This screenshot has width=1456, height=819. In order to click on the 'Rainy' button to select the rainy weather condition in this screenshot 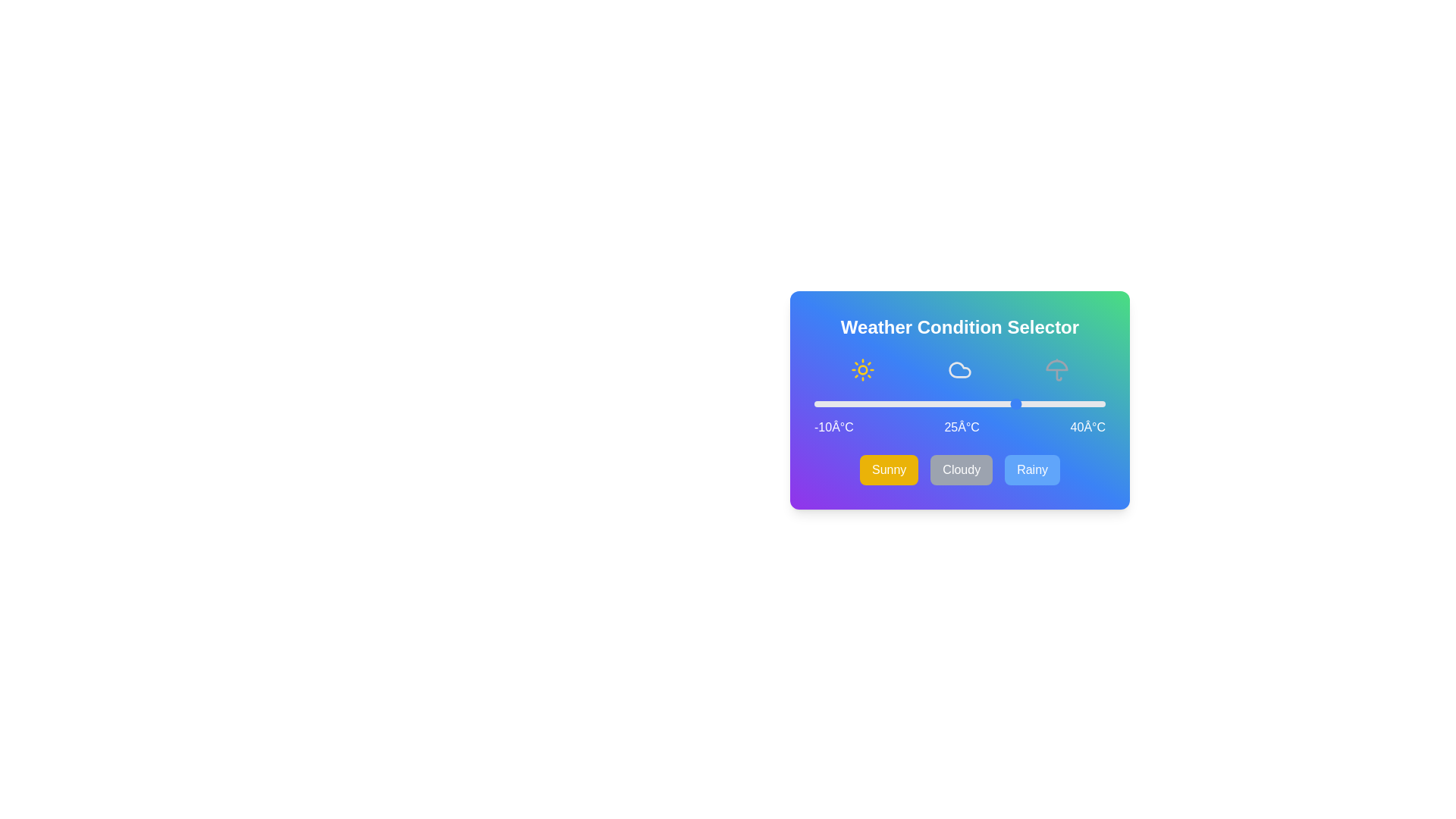, I will do `click(1031, 469)`.